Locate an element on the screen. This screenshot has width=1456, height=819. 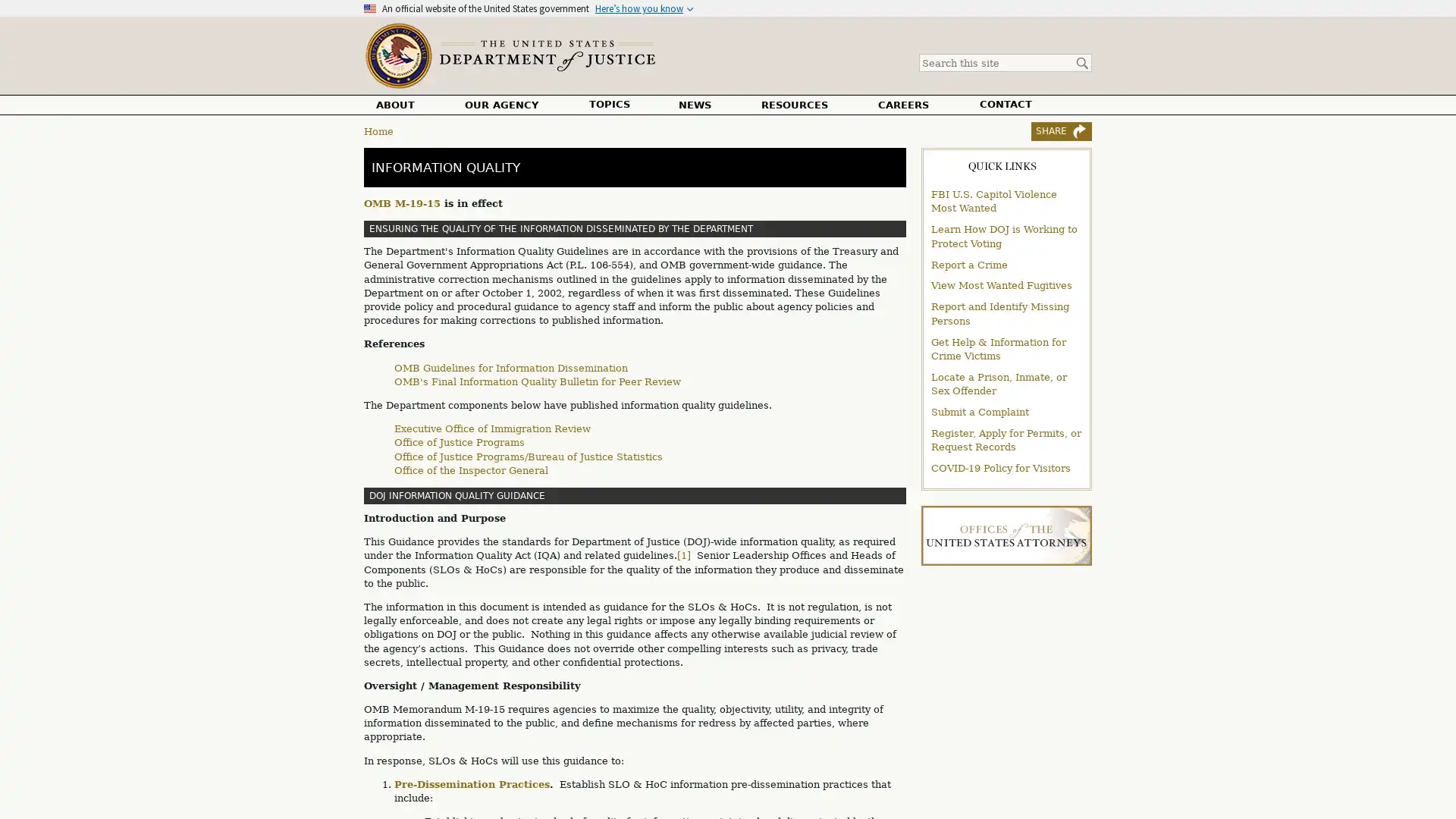
Heres how you know is located at coordinates (644, 8).